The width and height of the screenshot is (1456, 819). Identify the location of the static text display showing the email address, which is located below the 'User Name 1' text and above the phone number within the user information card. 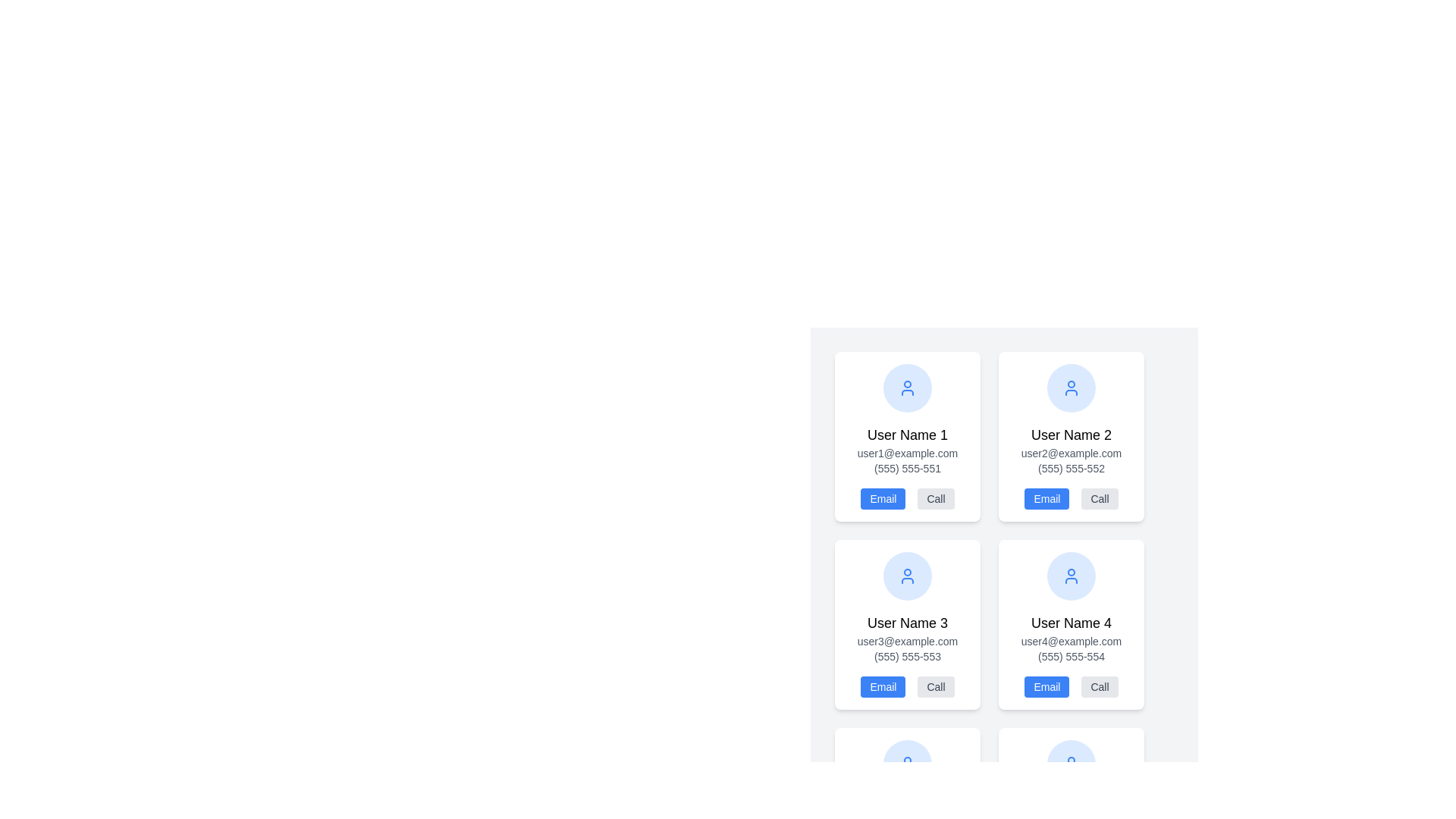
(907, 452).